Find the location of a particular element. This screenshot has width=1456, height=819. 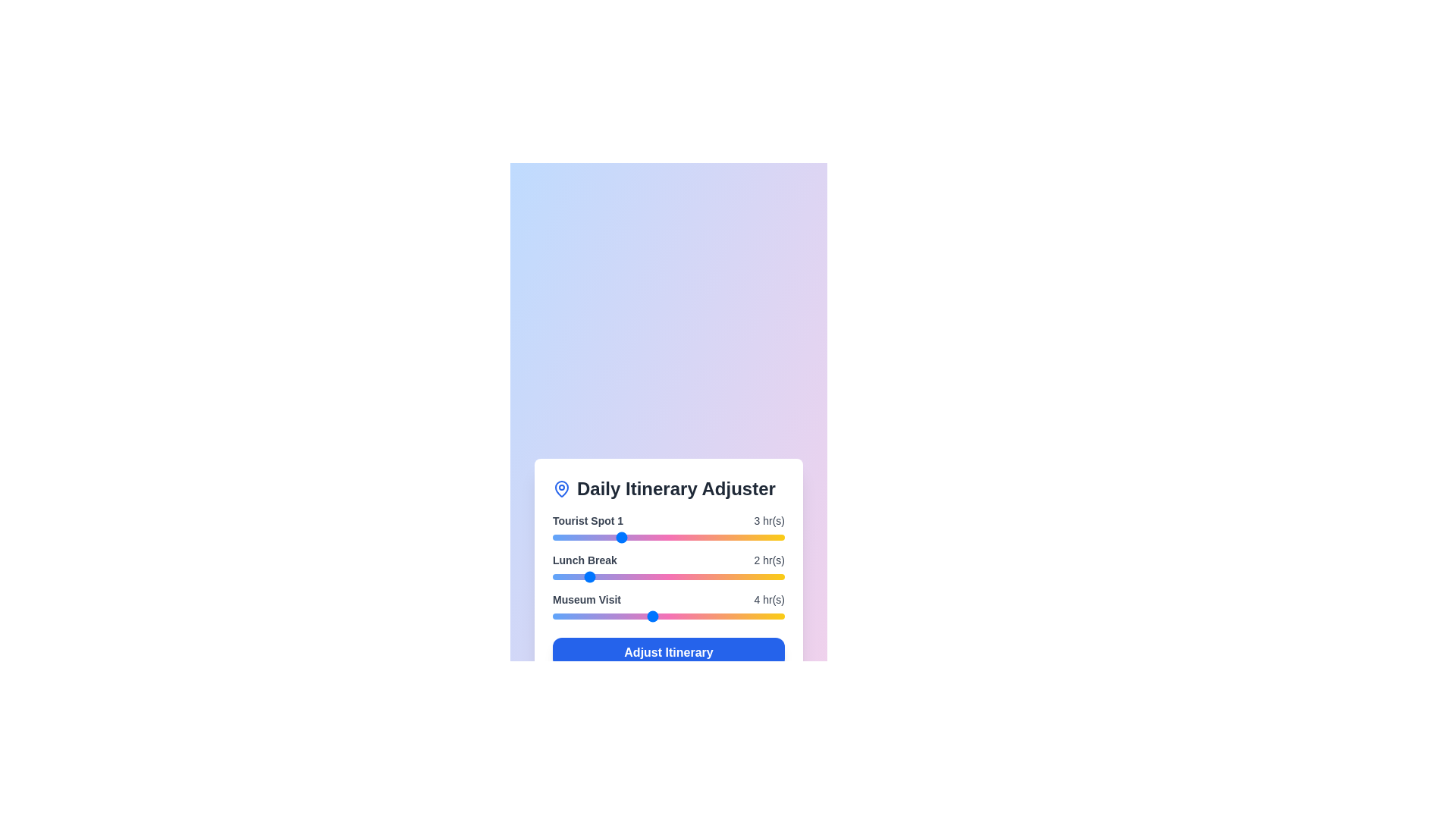

the duration of the activity to 1 hours using the slider is located at coordinates (552, 537).